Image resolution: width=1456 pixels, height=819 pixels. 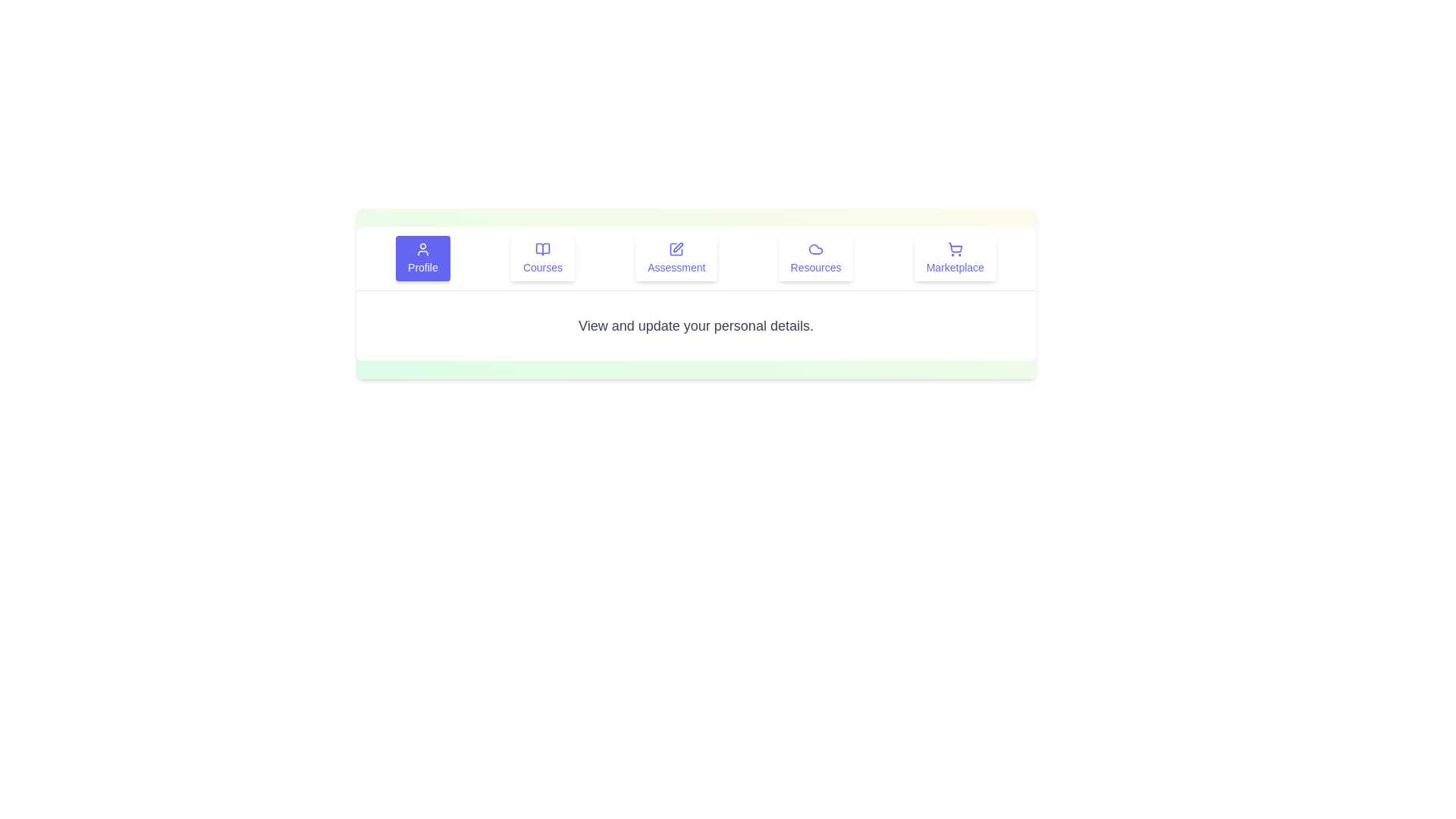 What do you see at coordinates (814, 248) in the screenshot?
I see `the cloud-shaped vector graphic icon located in the 'Resources' section, which is part of a rectangular button labeled 'Resources' in the second row of the interface` at bounding box center [814, 248].